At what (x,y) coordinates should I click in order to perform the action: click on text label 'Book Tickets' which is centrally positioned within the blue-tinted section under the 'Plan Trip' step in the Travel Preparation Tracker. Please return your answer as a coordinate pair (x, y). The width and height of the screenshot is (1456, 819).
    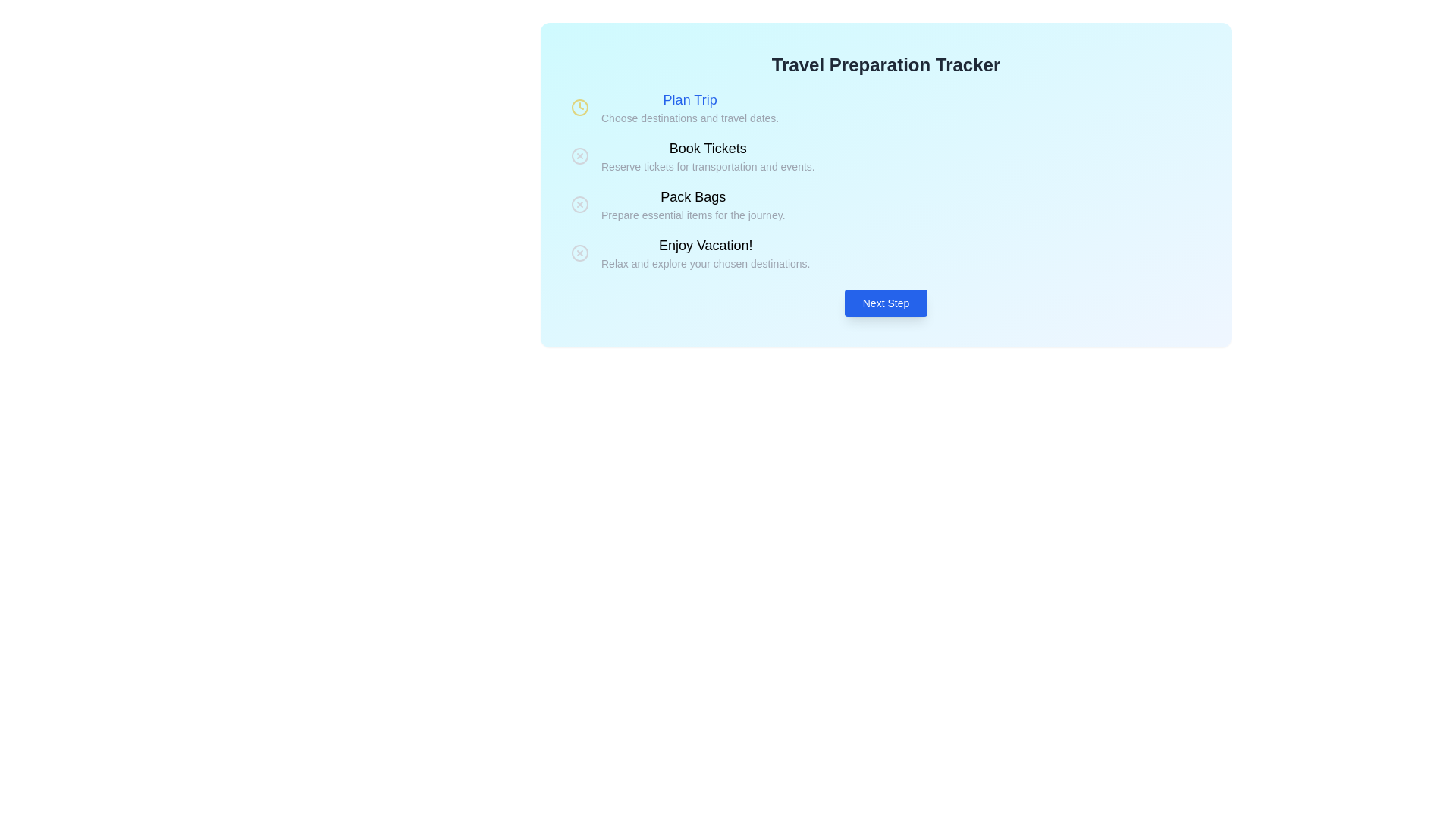
    Looking at the image, I should click on (707, 149).